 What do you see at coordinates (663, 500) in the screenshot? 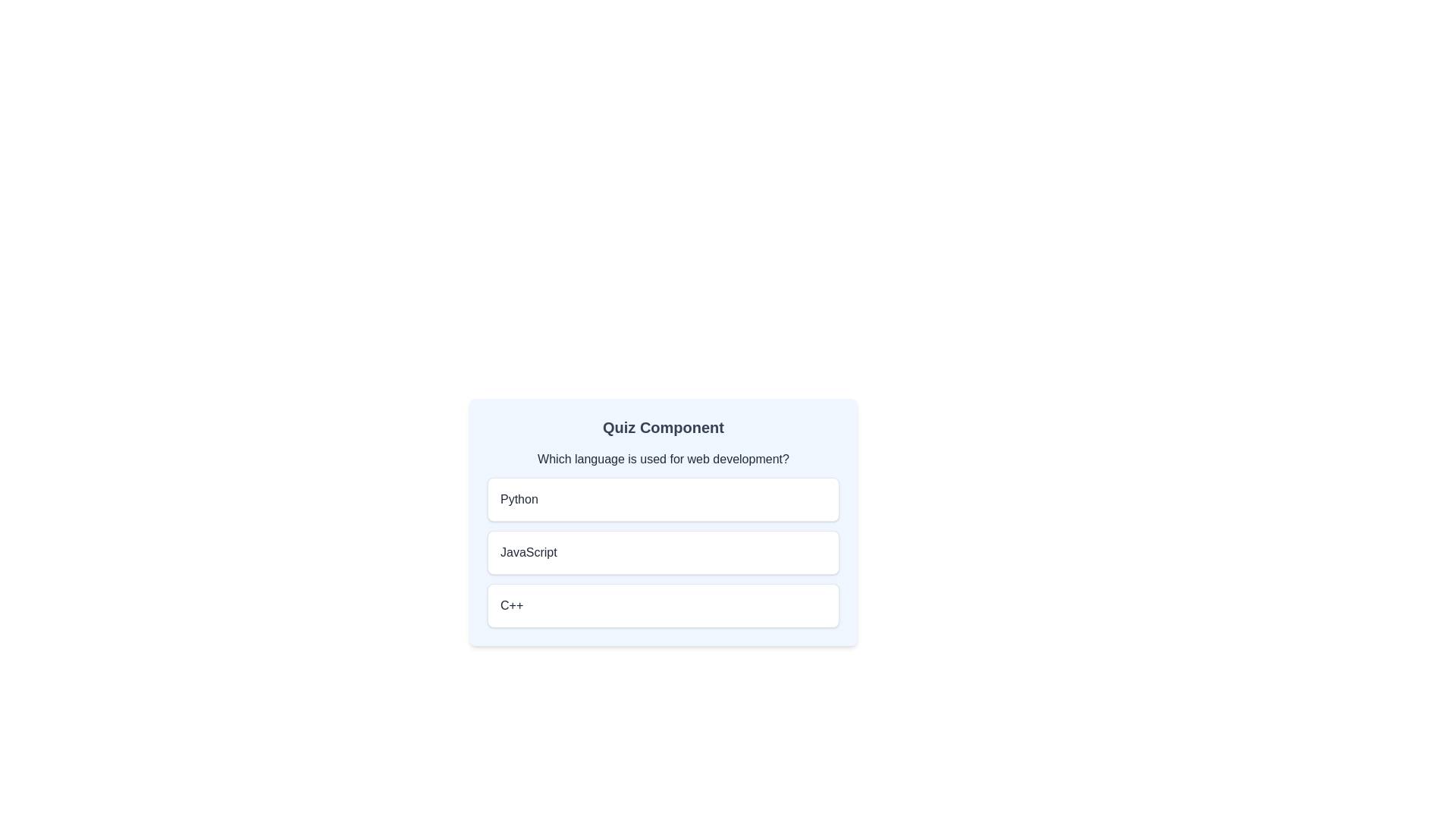
I see `the answer option labeled Python` at bounding box center [663, 500].